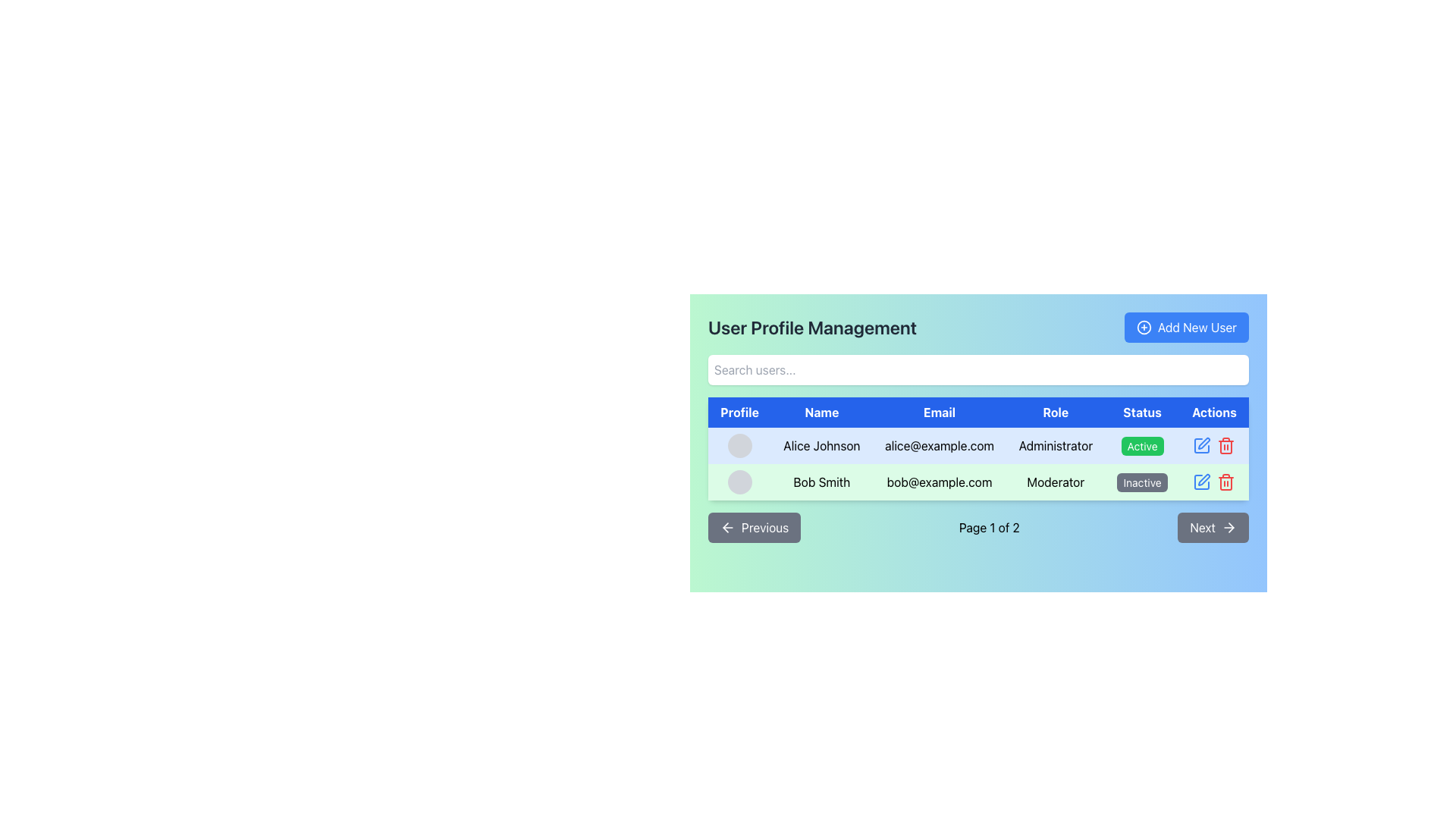  Describe the element at coordinates (821, 482) in the screenshot. I see `the text label displaying the name 'Bob Smith' in the user management interface, which is the second column of the table under the 'Name' header` at that location.